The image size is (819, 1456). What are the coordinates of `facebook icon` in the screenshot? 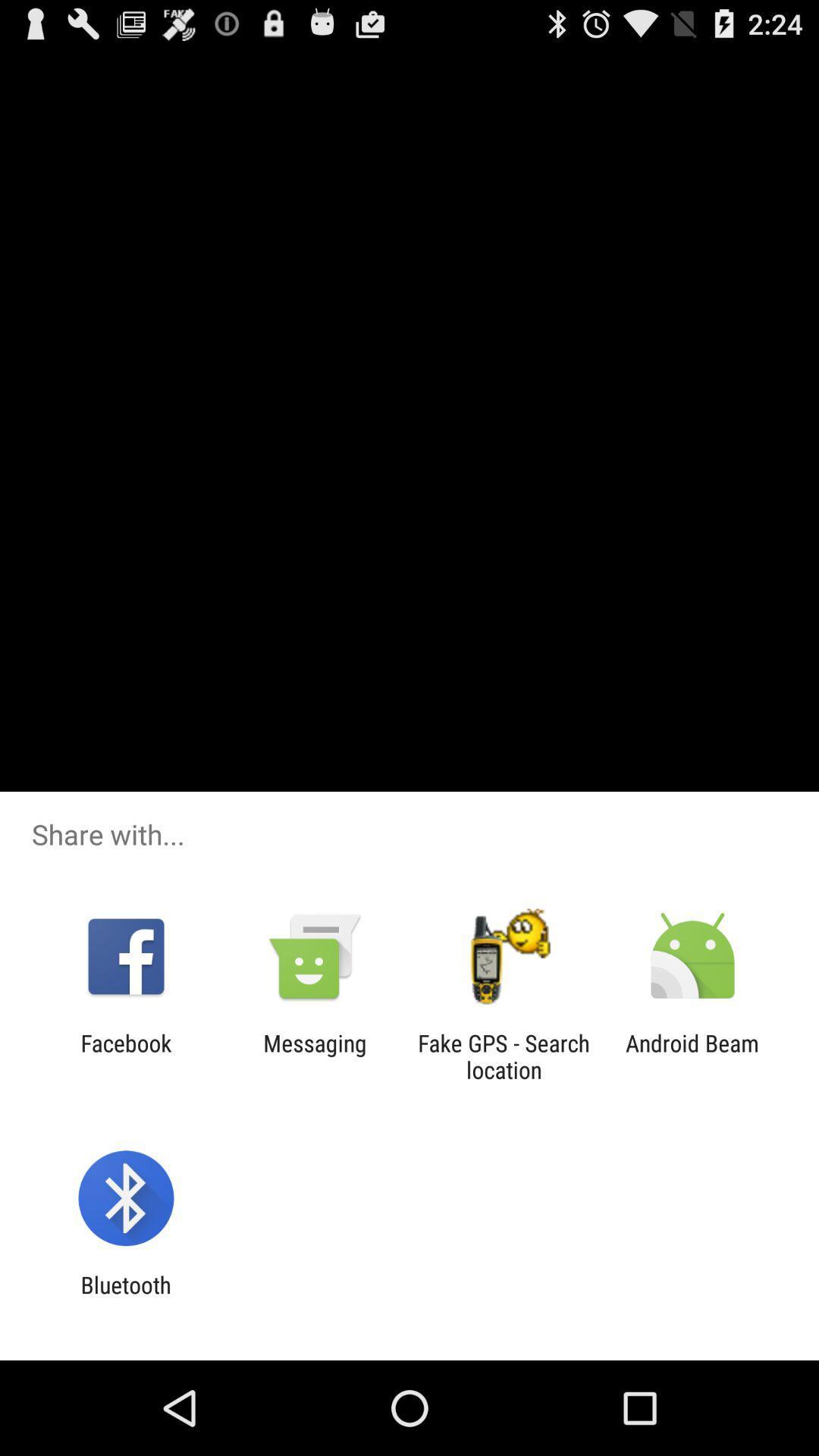 It's located at (125, 1056).